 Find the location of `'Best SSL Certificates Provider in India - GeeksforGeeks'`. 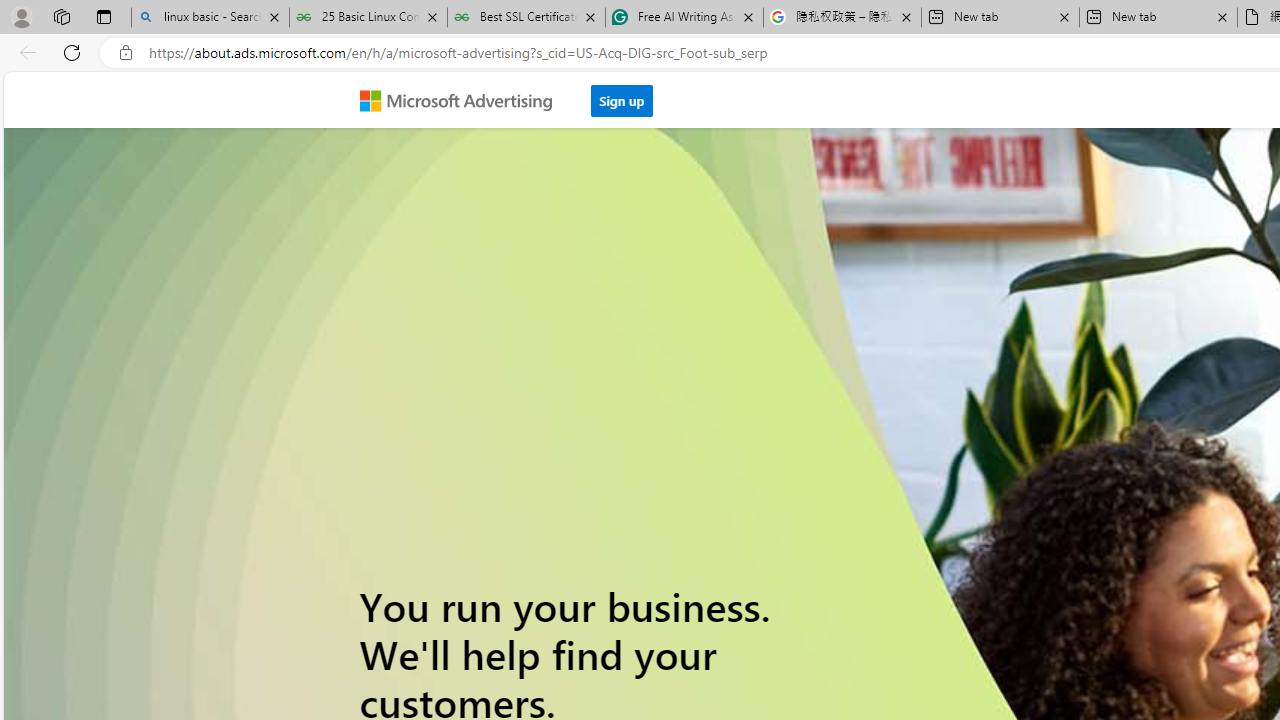

'Best SSL Certificates Provider in India - GeeksforGeeks' is located at coordinates (526, 17).